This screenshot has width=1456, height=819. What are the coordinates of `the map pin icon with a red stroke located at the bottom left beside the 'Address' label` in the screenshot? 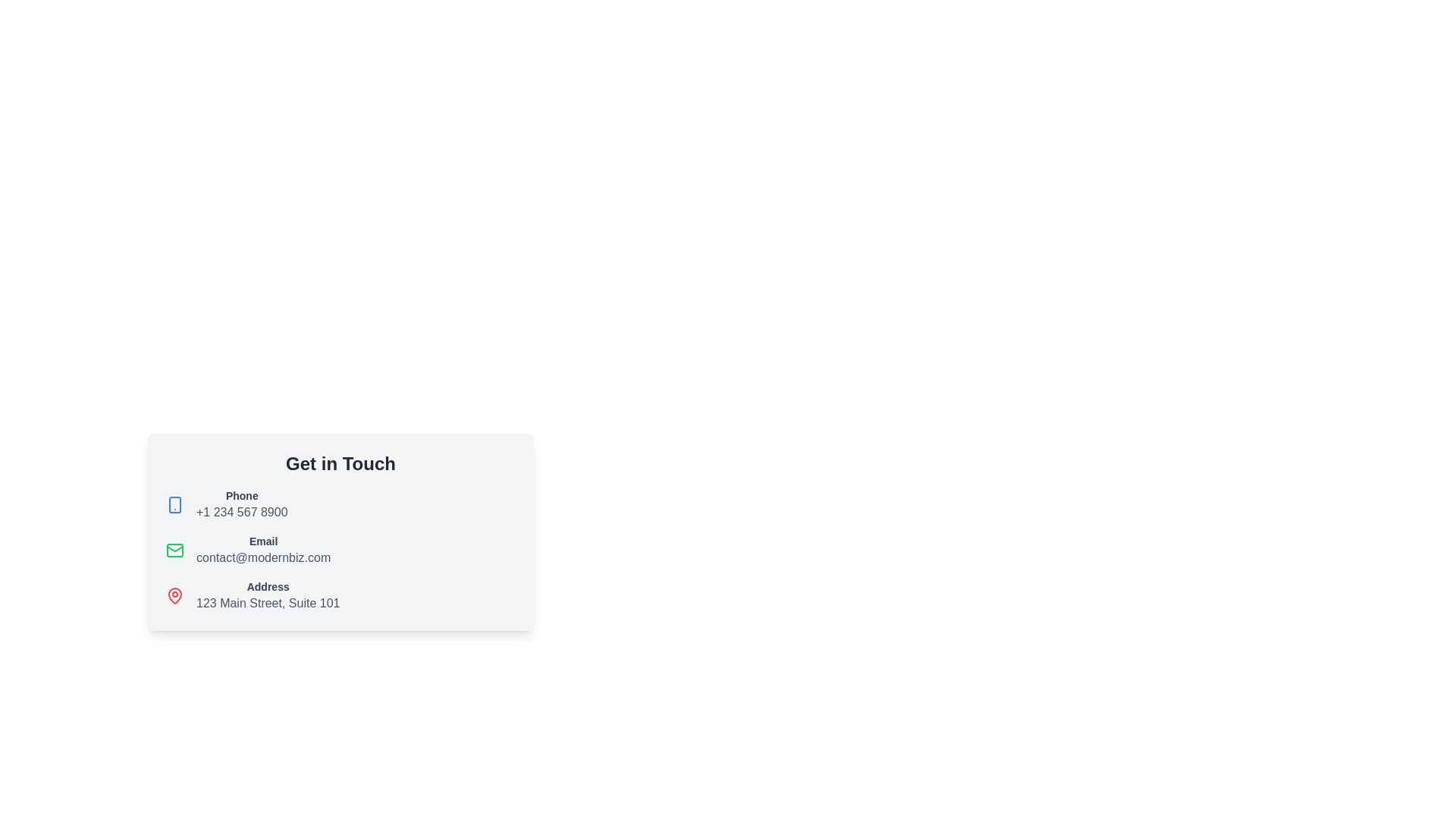 It's located at (174, 595).